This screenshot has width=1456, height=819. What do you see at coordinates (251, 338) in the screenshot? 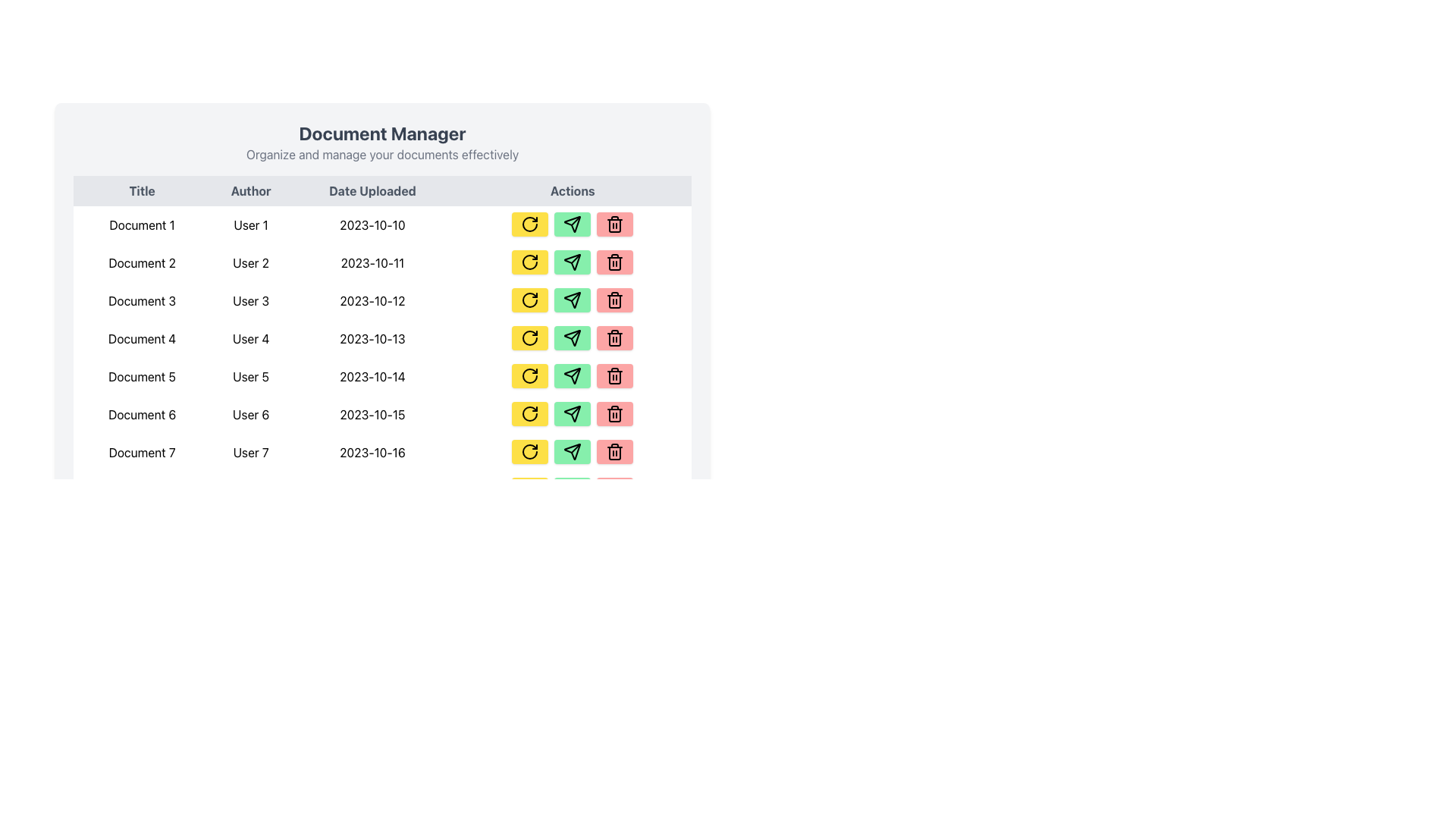
I see `text label that displays the author information 'User 4' for 'Document 4'` at bounding box center [251, 338].